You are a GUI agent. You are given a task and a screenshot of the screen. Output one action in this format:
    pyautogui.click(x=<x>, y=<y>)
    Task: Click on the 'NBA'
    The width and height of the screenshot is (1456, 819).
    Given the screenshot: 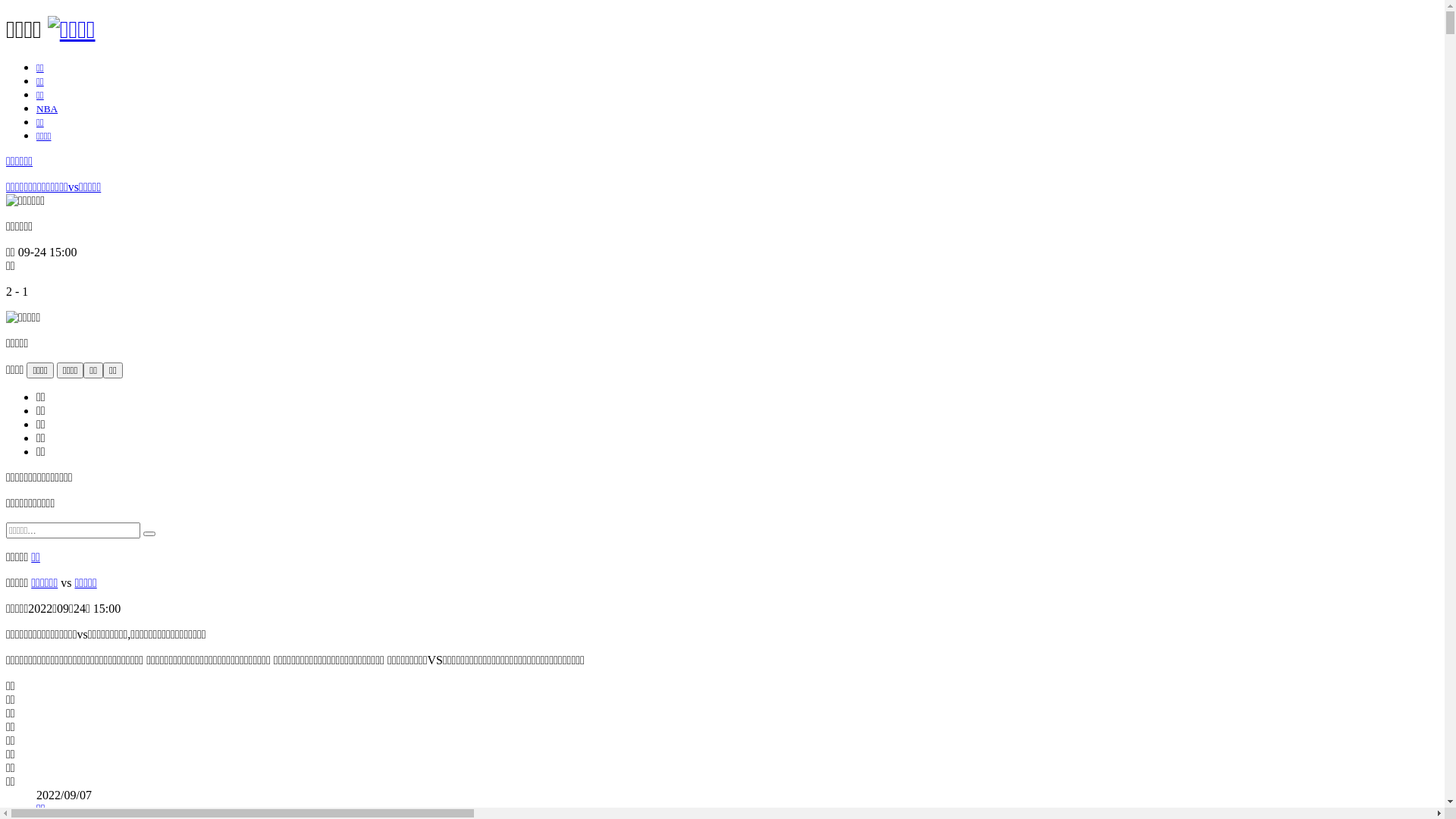 What is the action you would take?
    pyautogui.click(x=47, y=108)
    